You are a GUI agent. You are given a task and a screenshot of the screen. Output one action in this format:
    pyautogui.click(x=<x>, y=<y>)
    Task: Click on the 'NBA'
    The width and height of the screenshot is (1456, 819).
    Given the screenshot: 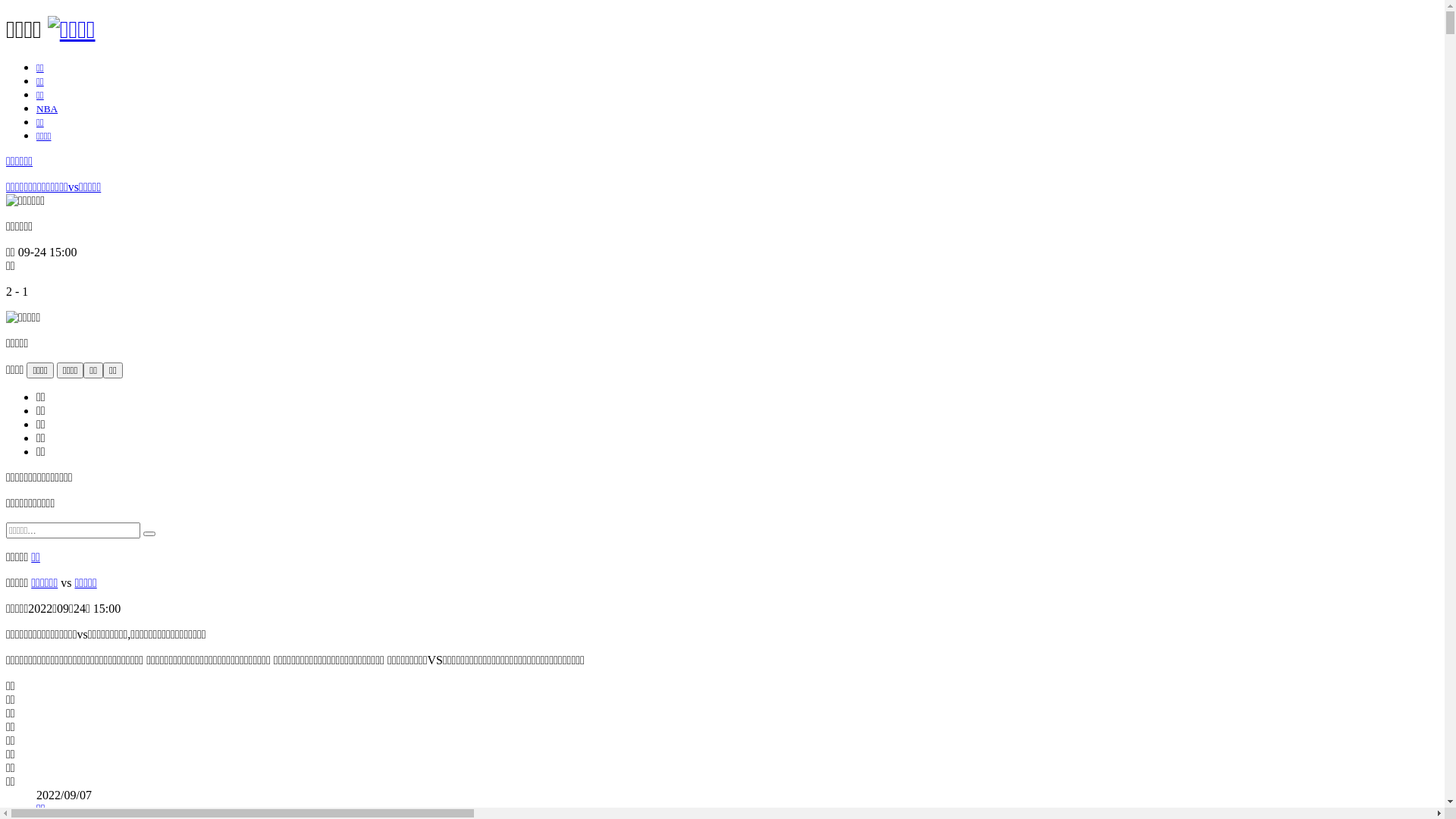 What is the action you would take?
    pyautogui.click(x=47, y=108)
    